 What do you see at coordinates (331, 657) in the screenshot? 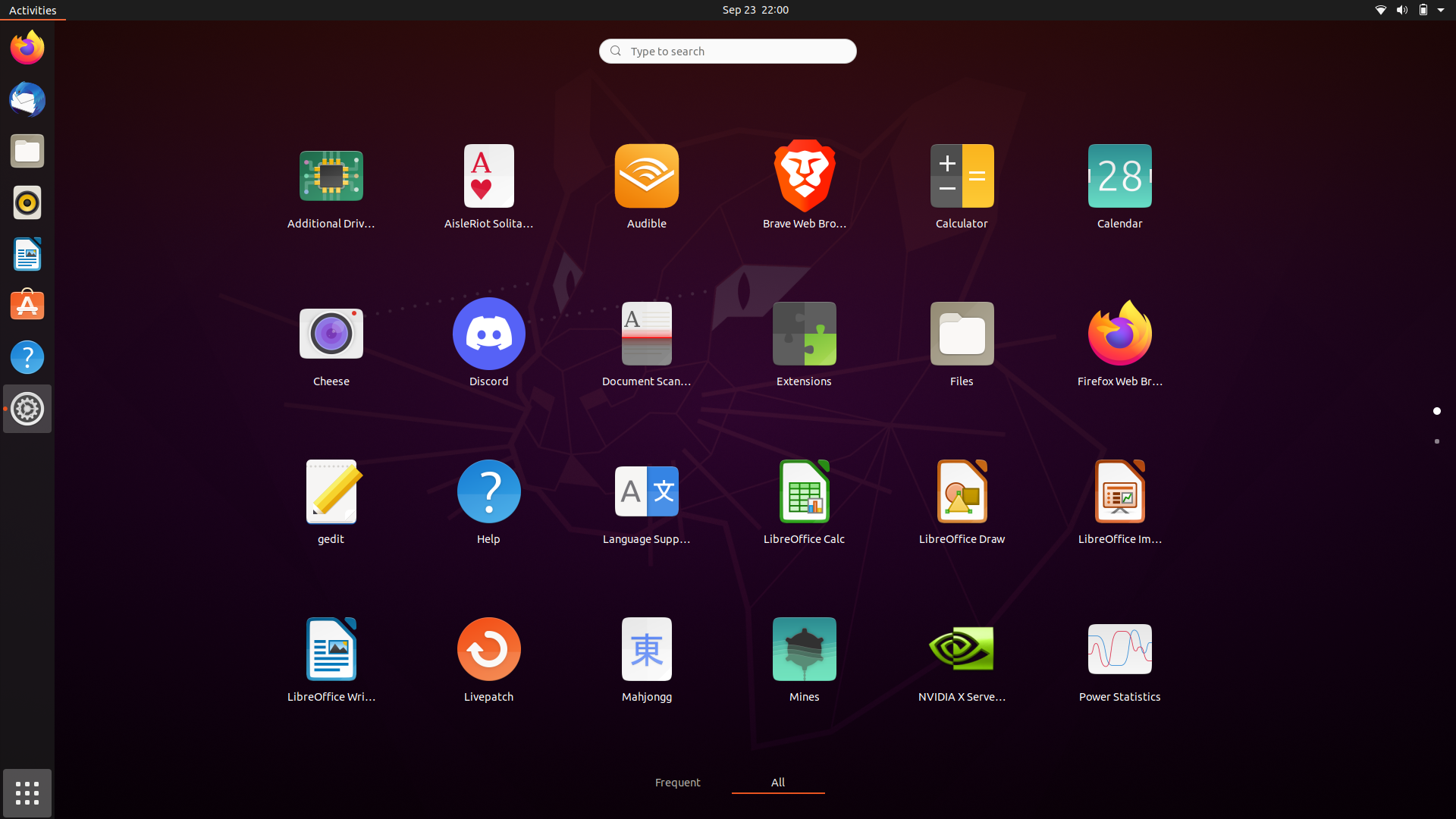
I see `Activate the Word software` at bounding box center [331, 657].